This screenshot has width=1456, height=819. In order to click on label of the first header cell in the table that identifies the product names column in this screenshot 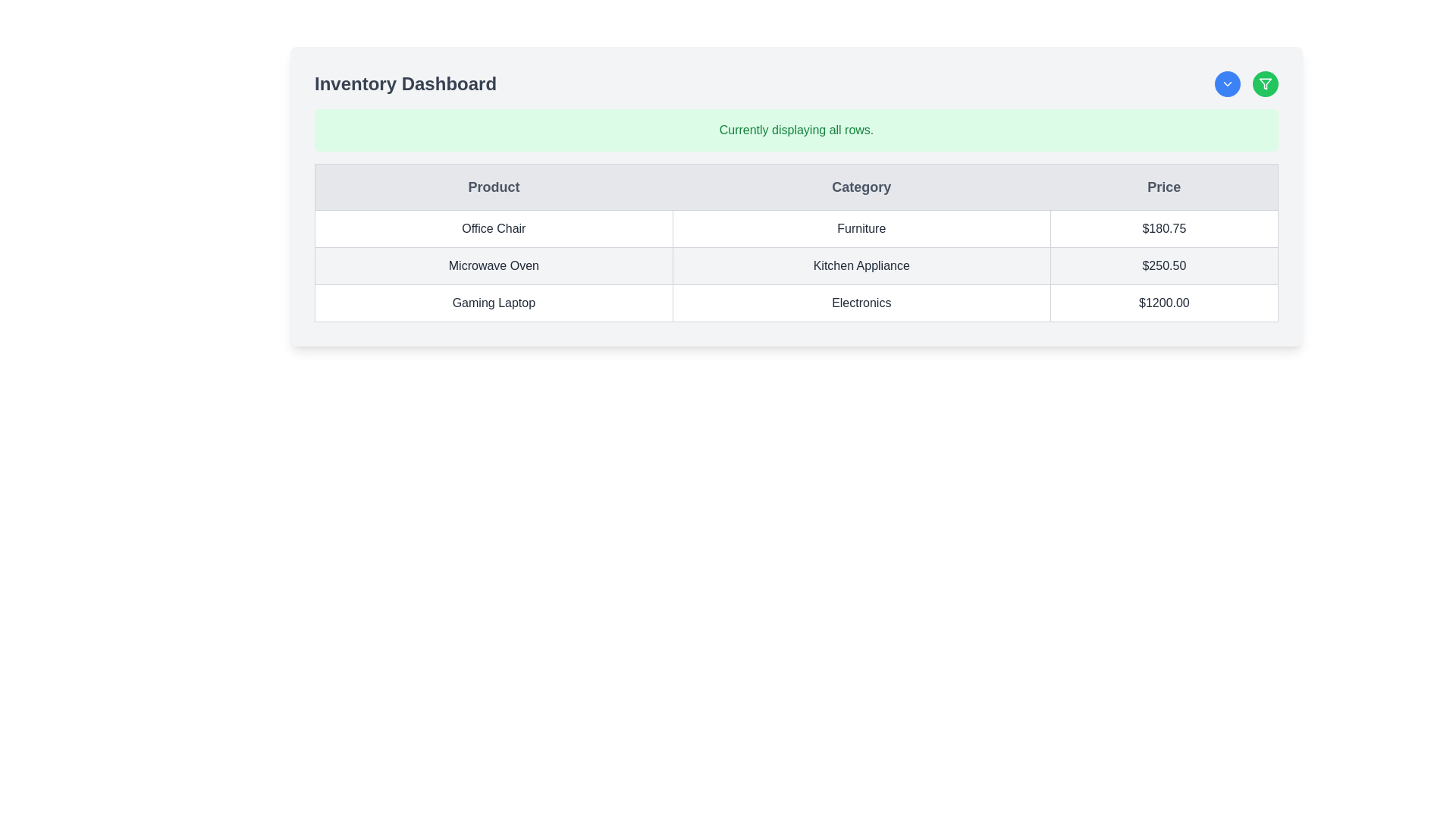, I will do `click(494, 186)`.